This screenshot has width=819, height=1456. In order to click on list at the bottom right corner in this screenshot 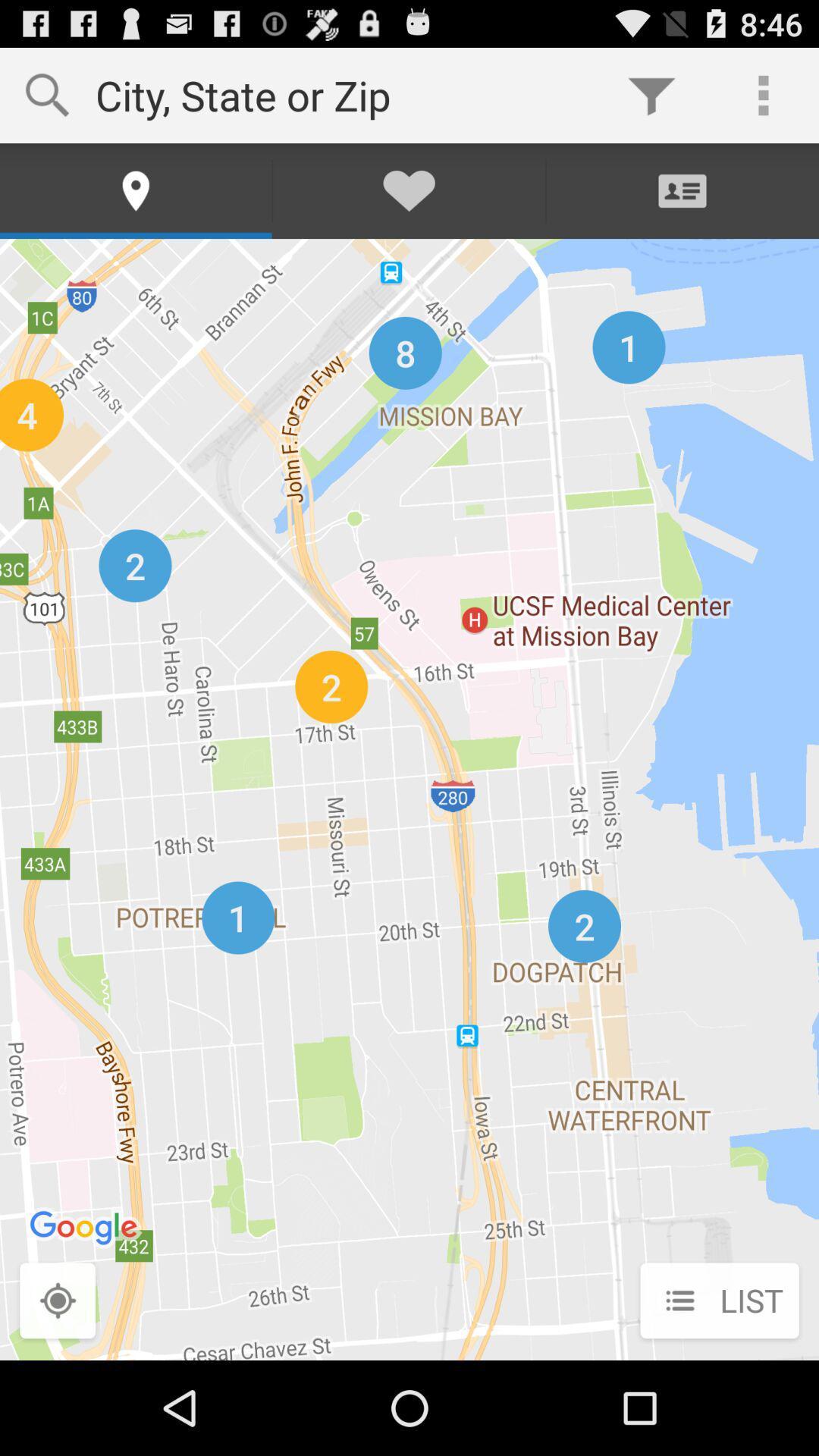, I will do `click(719, 1301)`.